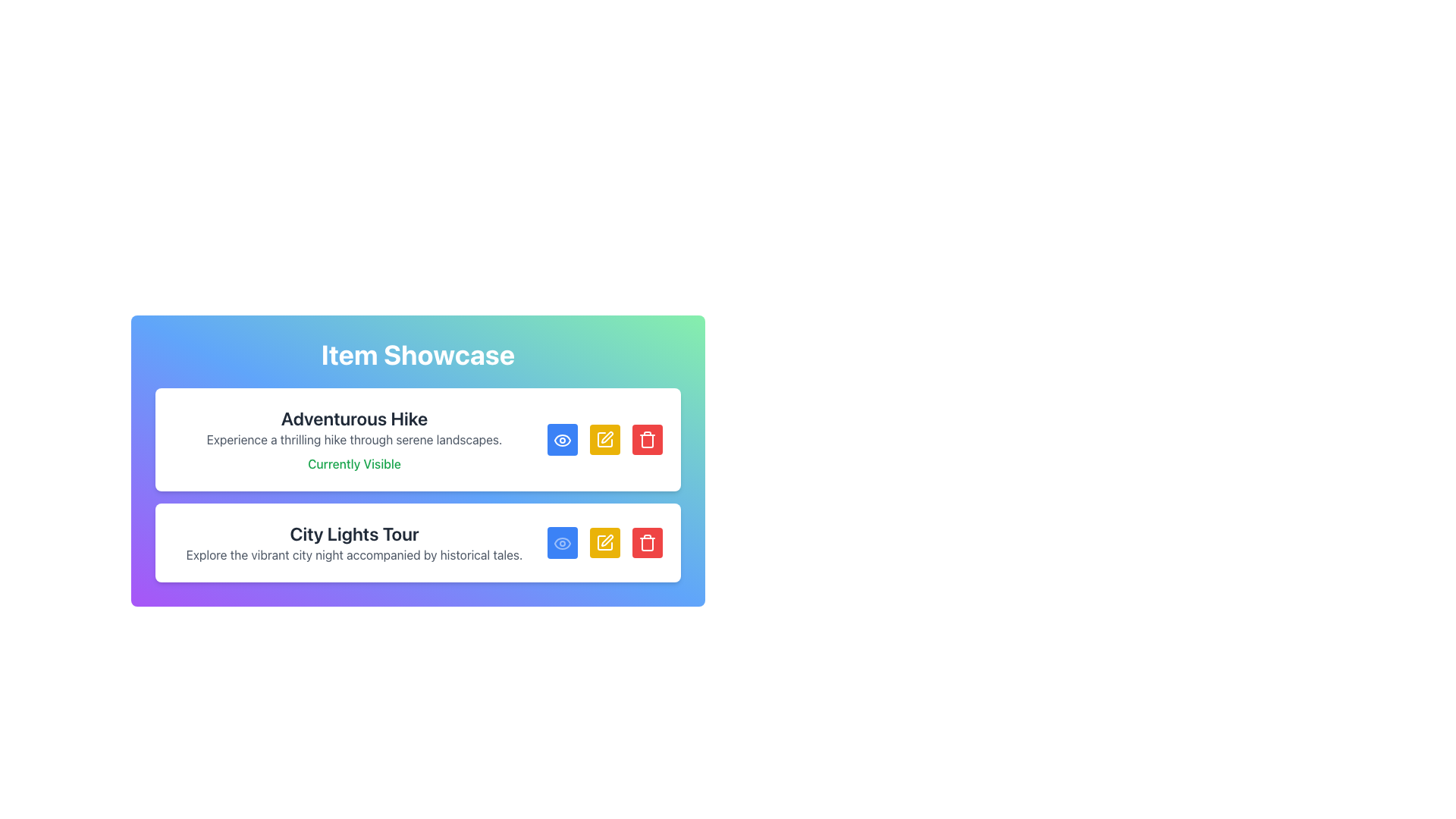 This screenshot has height=819, width=1456. Describe the element at coordinates (607, 438) in the screenshot. I see `the middle button in the action toolbar under the 'City Lights Tour' section to receive a tooltip describing its function` at that location.